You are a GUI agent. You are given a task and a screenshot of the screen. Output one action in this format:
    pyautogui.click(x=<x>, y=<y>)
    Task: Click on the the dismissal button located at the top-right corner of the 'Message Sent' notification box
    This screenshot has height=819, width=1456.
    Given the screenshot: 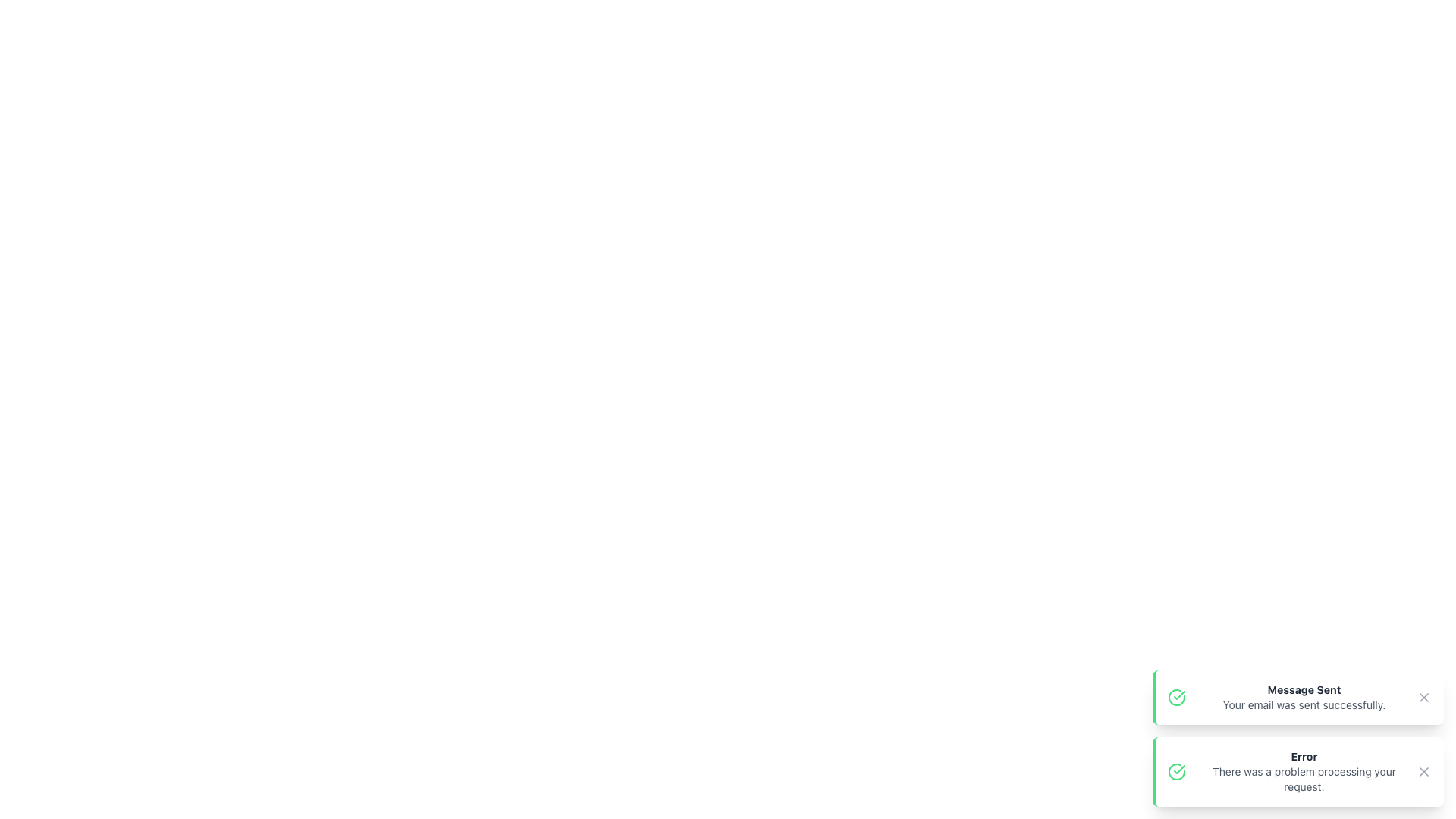 What is the action you would take?
    pyautogui.click(x=1423, y=698)
    